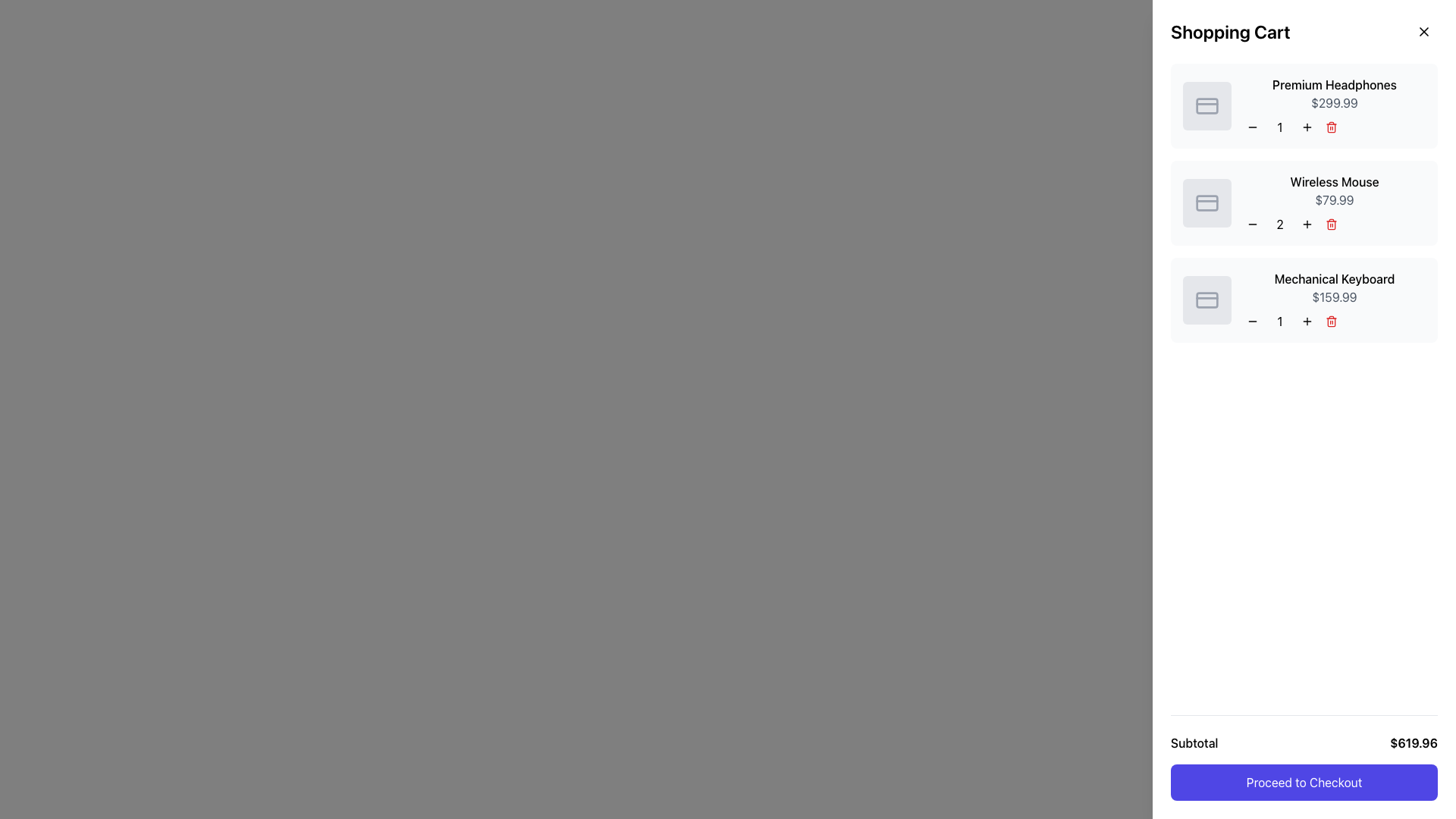  I want to click on the trash can icon located next to the 'Wireless Mouse' priced at $79.99, so click(1331, 225).